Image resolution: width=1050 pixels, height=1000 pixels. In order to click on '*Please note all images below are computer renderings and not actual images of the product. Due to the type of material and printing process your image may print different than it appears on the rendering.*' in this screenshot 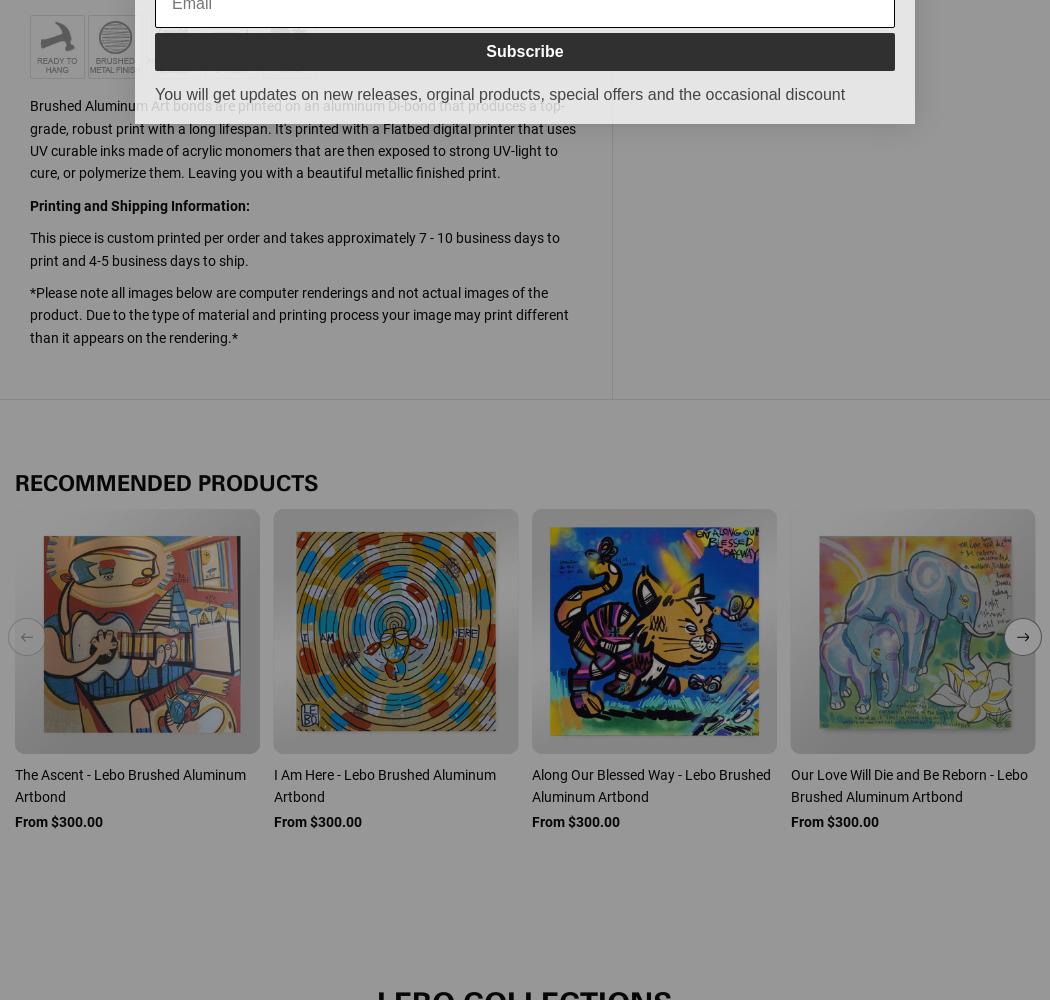, I will do `click(298, 313)`.